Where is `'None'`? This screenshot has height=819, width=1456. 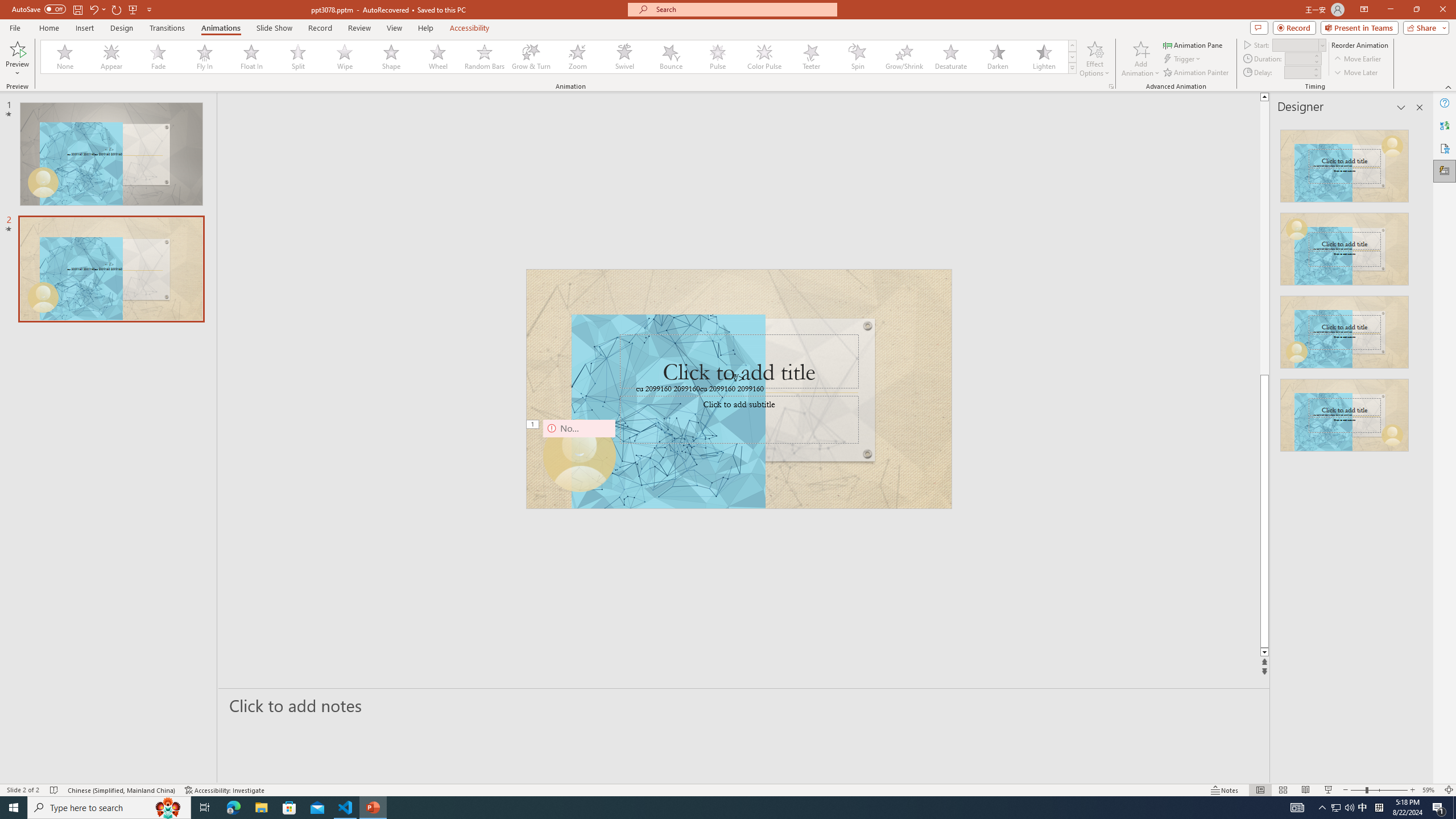
'None' is located at coordinates (65, 56).